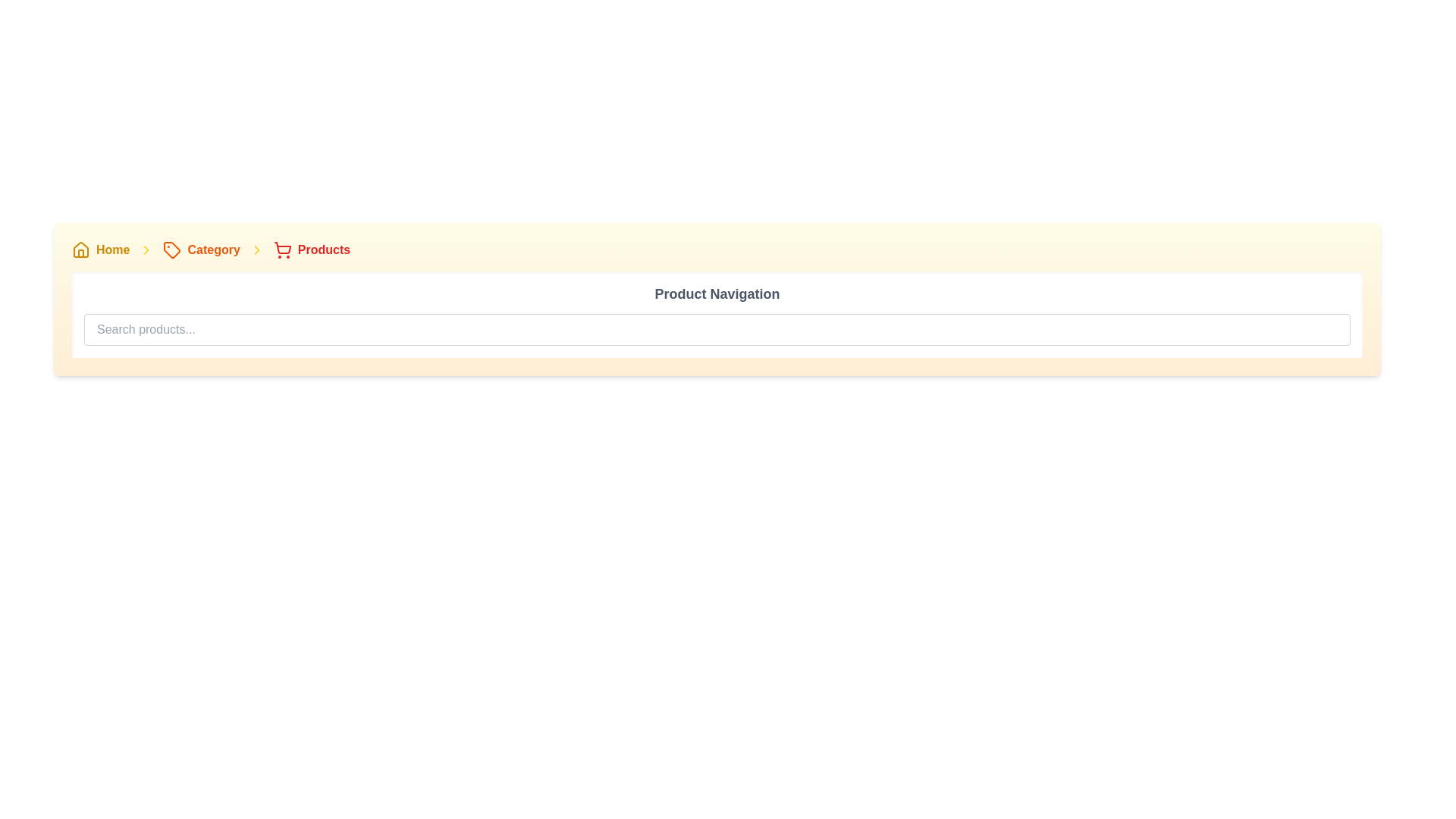 This screenshot has height=819, width=1456. What do you see at coordinates (80, 248) in the screenshot?
I see `the detailed vector graphic of the house outline icon located in the breadcrumb navigation bar at the top-left corner of the interface` at bounding box center [80, 248].